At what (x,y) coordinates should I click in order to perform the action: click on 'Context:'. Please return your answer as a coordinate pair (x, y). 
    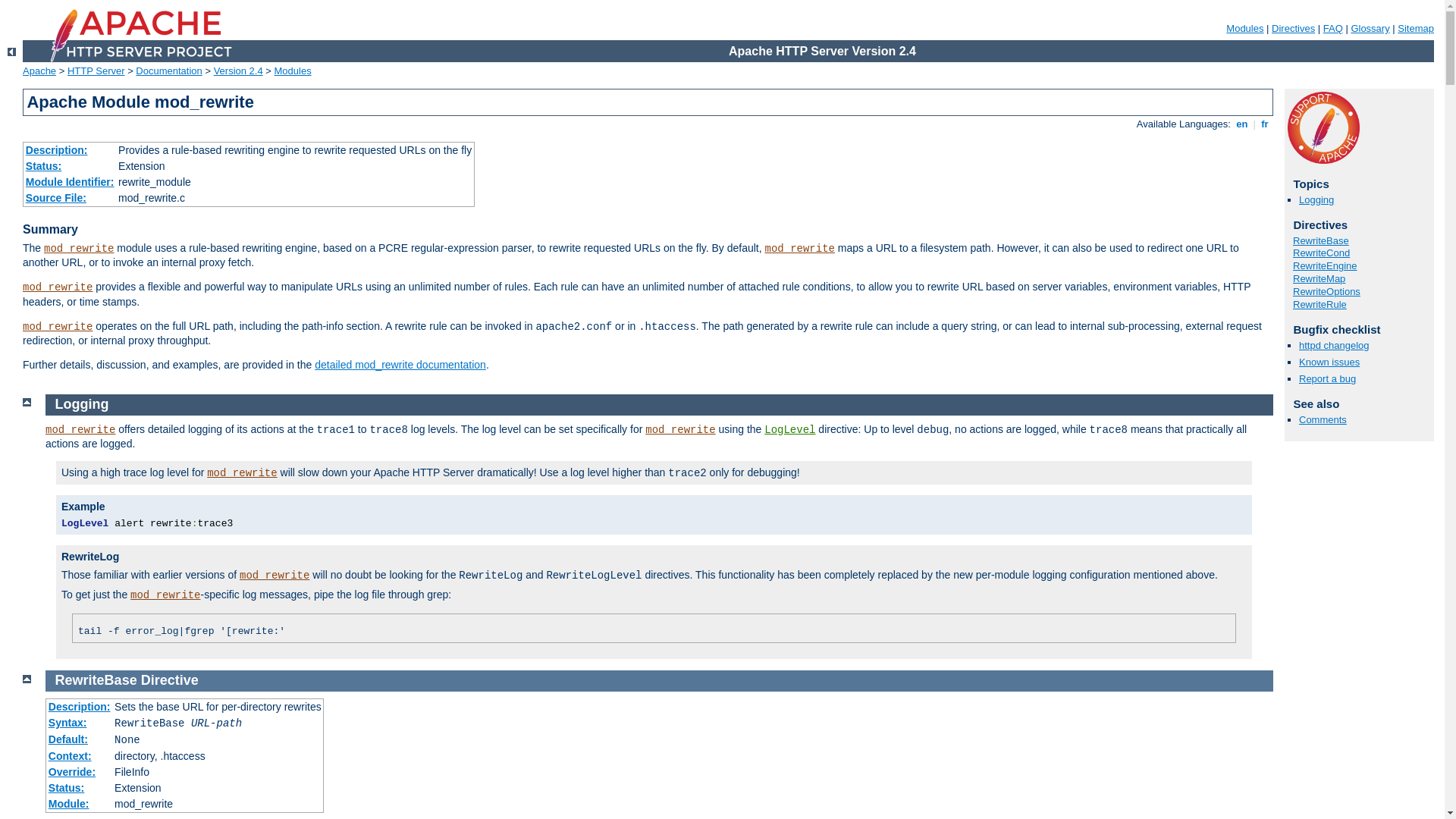
    Looking at the image, I should click on (69, 755).